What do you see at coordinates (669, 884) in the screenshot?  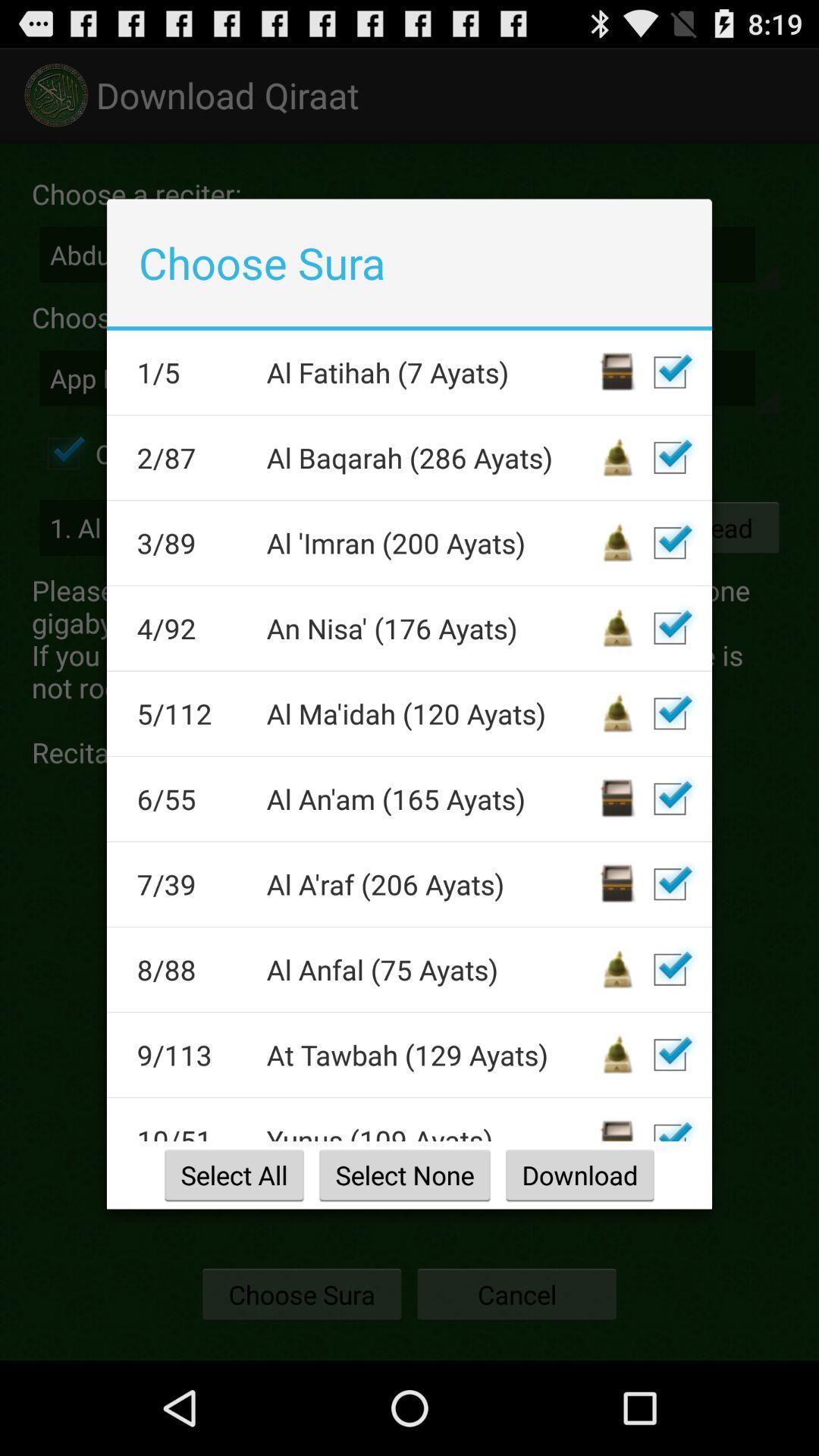 I see `add` at bounding box center [669, 884].